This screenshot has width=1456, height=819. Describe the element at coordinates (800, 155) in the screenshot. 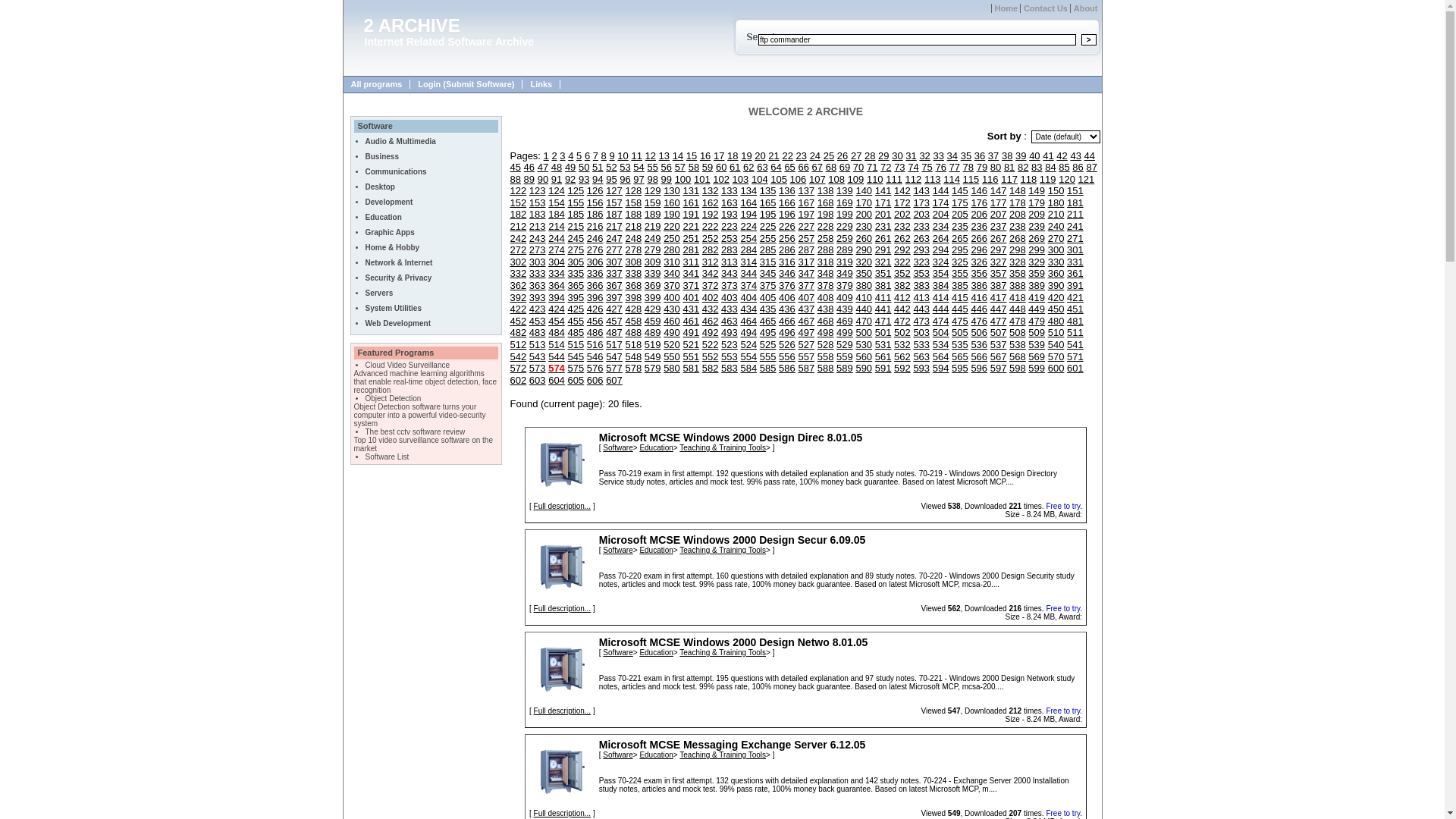

I see `'23'` at that location.